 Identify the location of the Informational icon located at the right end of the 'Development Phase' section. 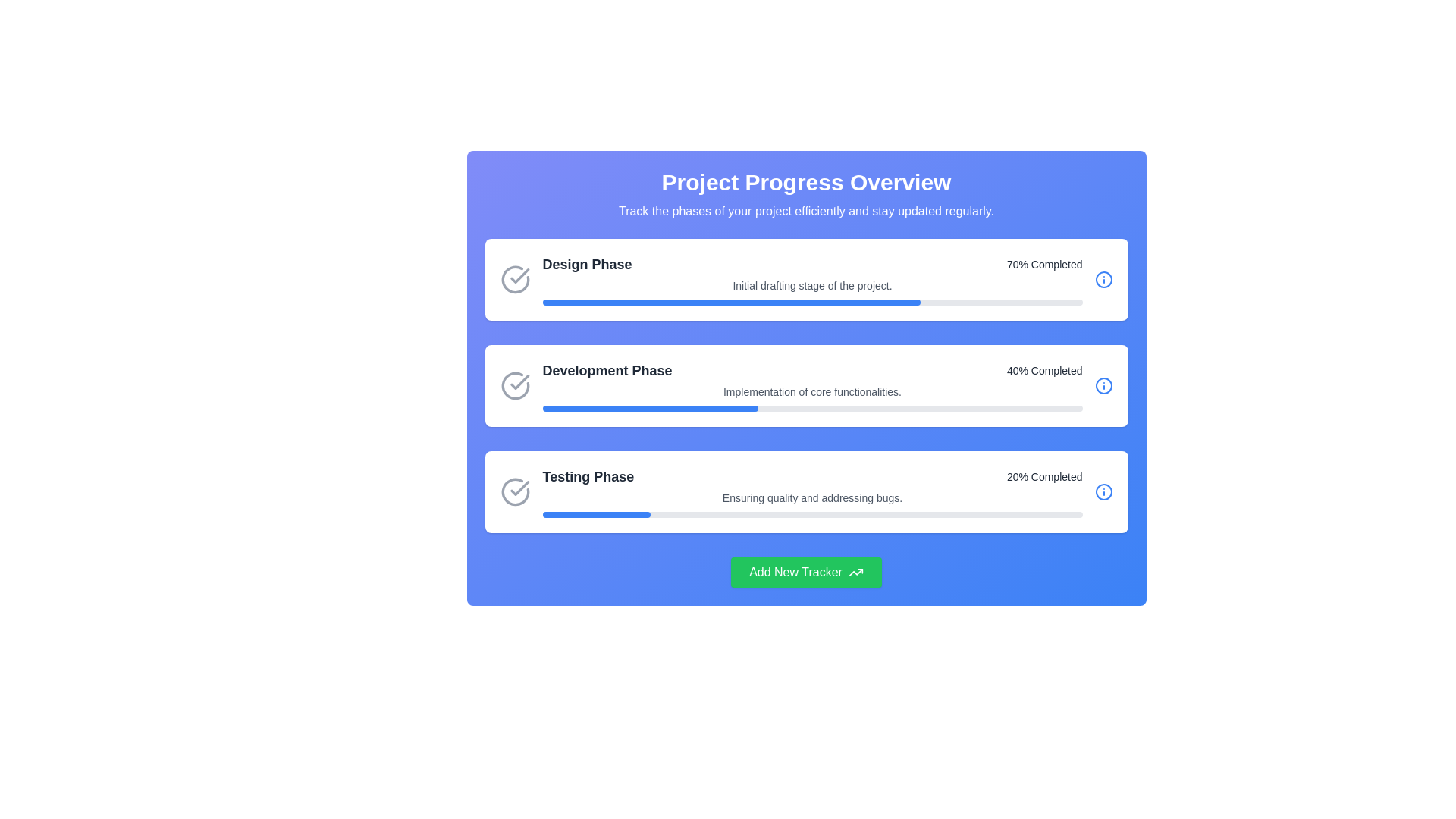
(1103, 385).